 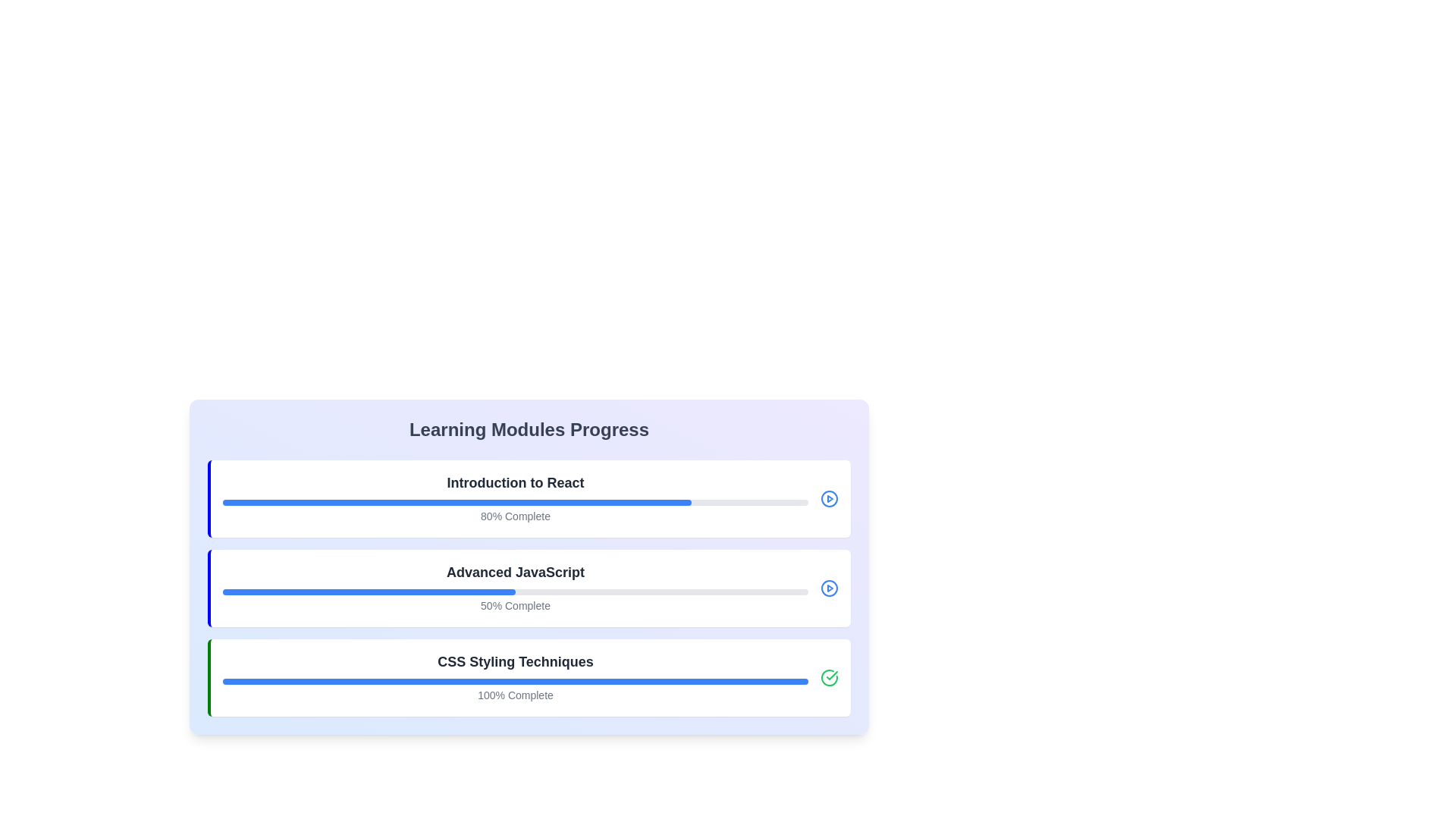 I want to click on the Progress Card representing the completion percentage of the 'CSS Styling Techniques' learning module, which is the third card in the vertically stacked list within the 'Learning Modules Progress' panel, so click(x=516, y=677).